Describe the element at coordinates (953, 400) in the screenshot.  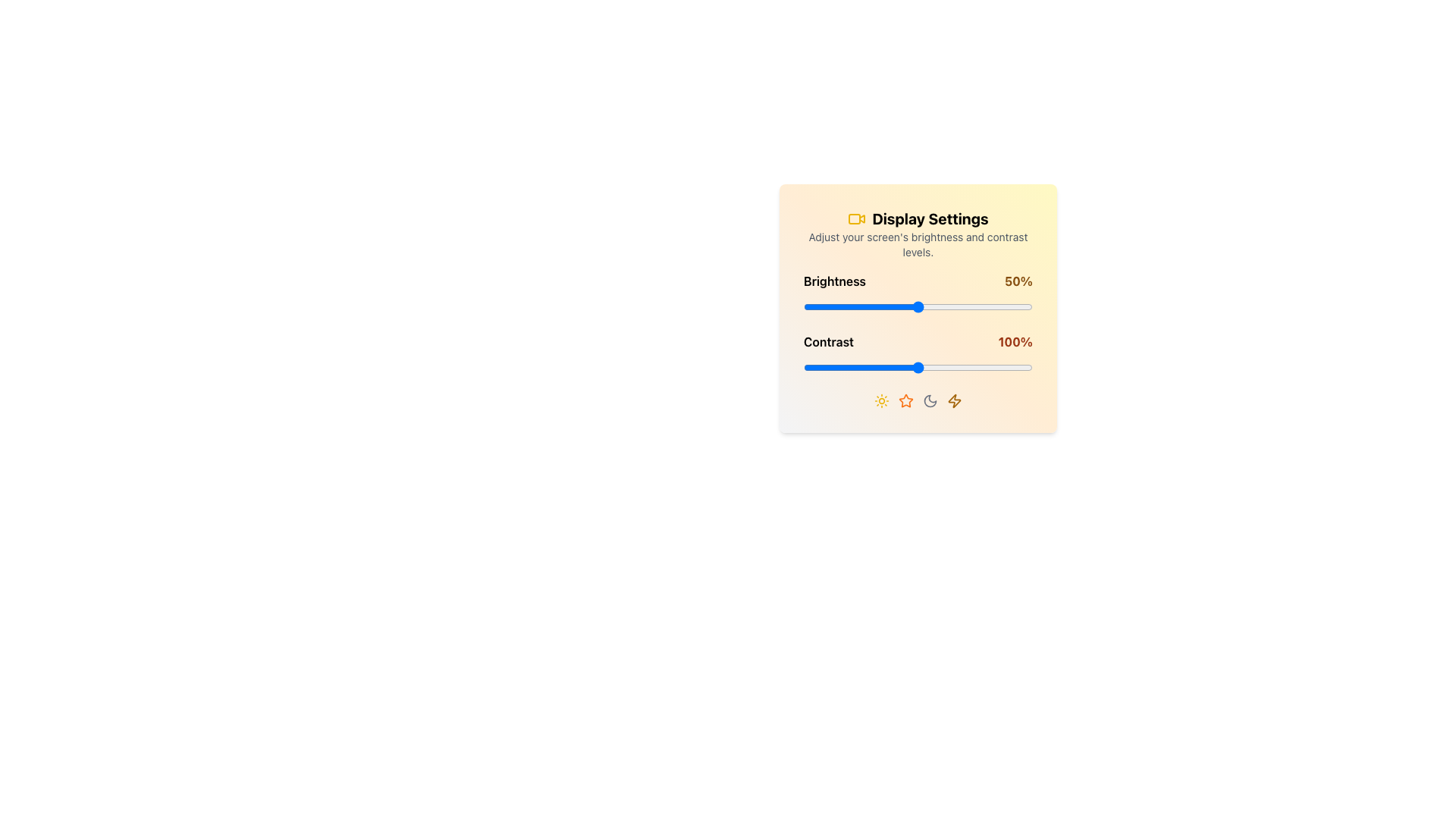
I see `the lightning bolt-shaped icon filled with brownish-orange color, which is the fifth icon in a row of five icons at the bottom of the 'Display Settings' card` at that location.